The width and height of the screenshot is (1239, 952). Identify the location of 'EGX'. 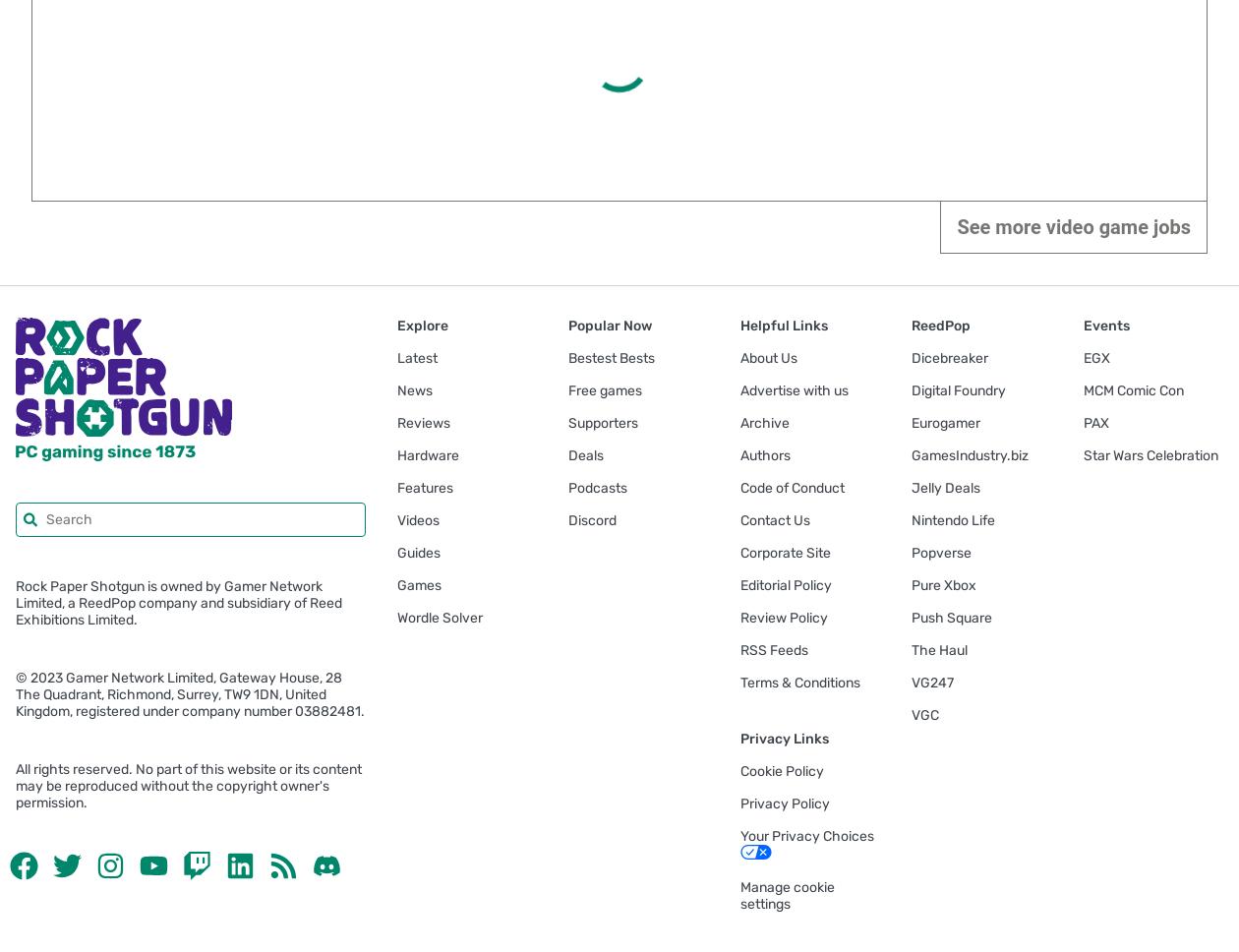
(1095, 357).